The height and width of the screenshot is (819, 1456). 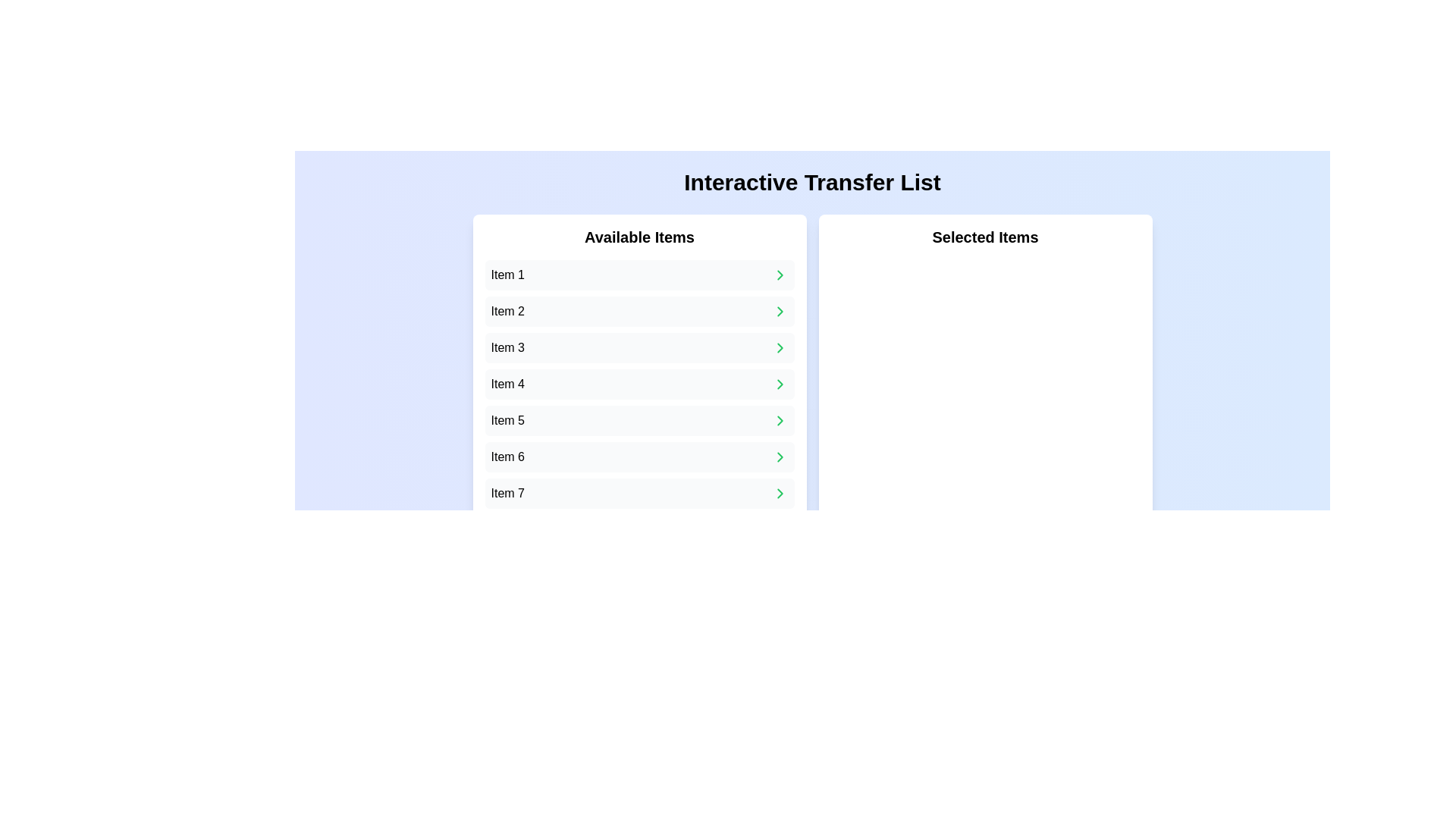 I want to click on the Icon Button inside the card representing 'Item 7' at the bottom of the 'Available Items' list to change its visual style, so click(x=780, y=494).